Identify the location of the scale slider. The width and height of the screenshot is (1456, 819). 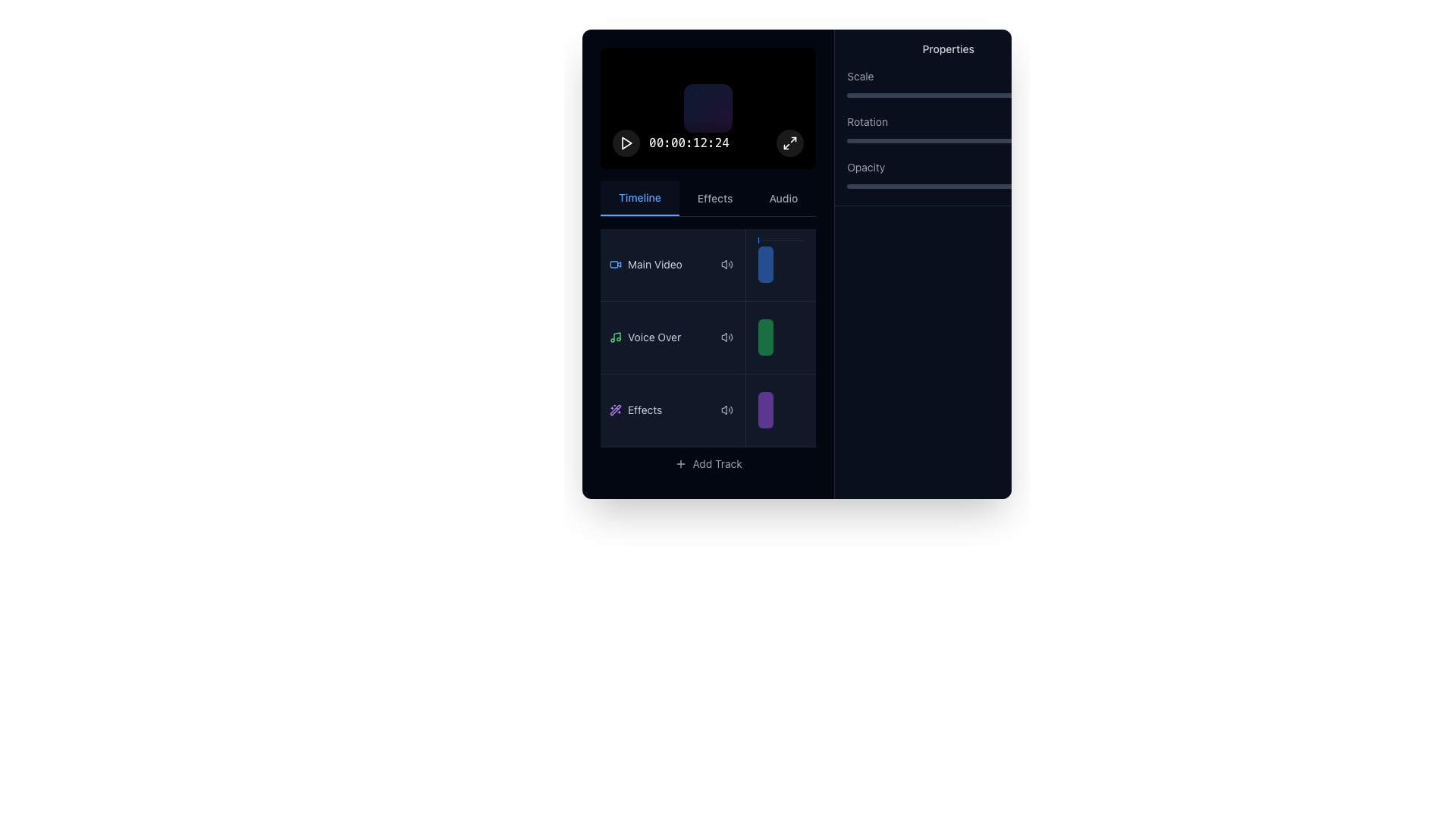
(892, 96).